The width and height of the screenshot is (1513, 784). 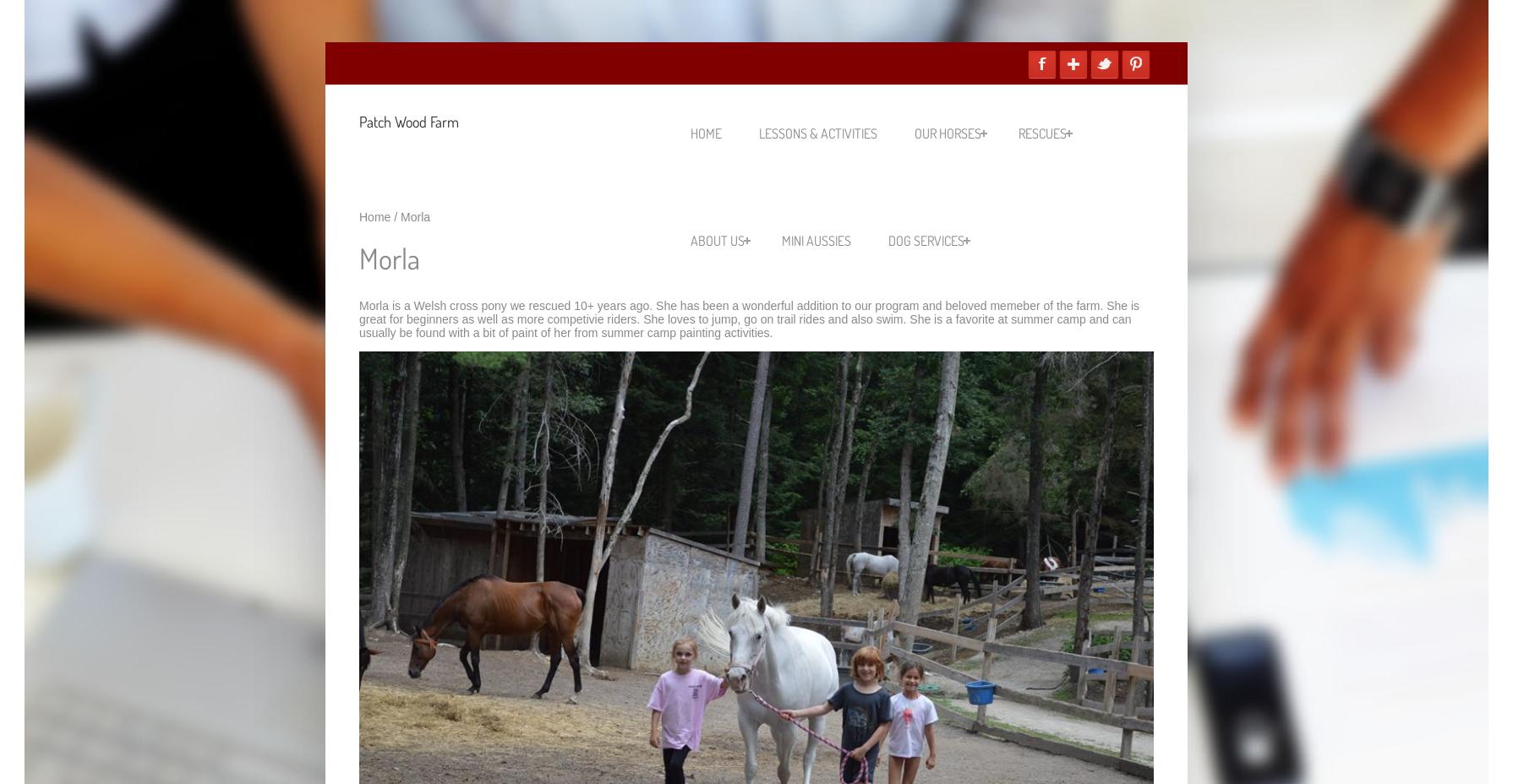 What do you see at coordinates (396, 215) in the screenshot?
I see `'/'` at bounding box center [396, 215].